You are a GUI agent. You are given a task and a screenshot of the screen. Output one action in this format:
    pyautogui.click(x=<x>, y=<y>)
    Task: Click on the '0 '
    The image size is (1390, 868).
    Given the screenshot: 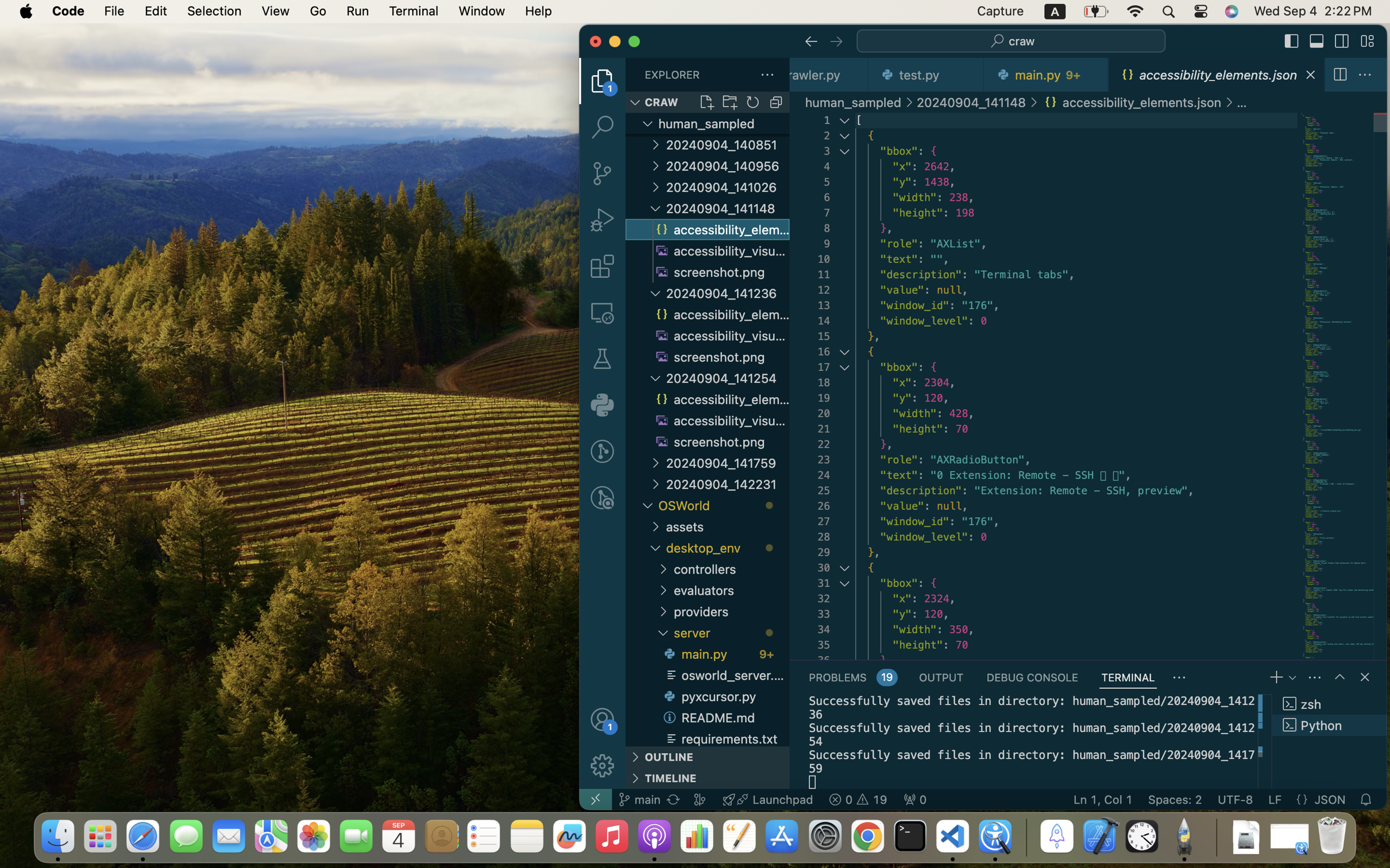 What is the action you would take?
    pyautogui.click(x=602, y=266)
    